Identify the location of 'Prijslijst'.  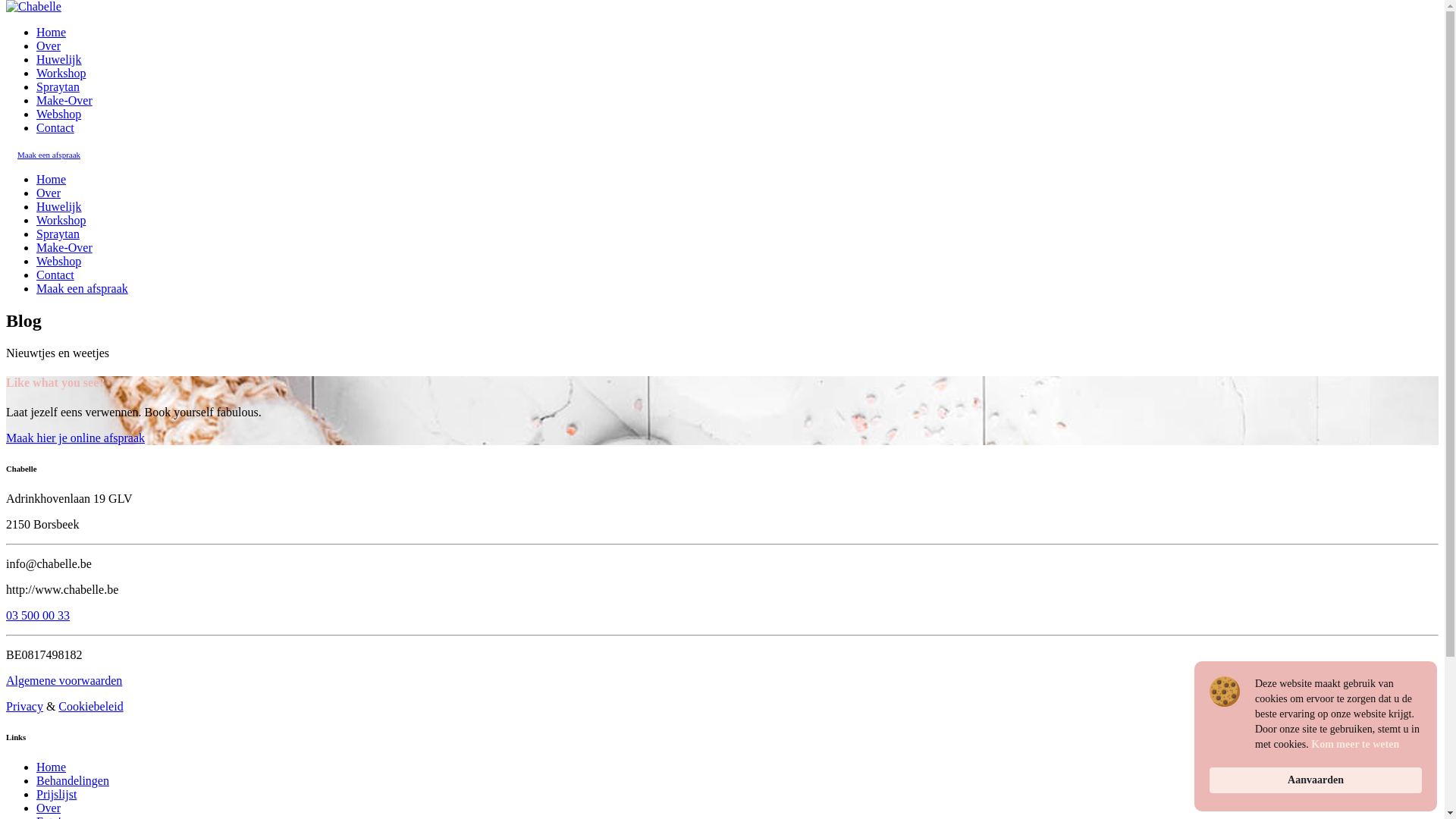
(56, 793).